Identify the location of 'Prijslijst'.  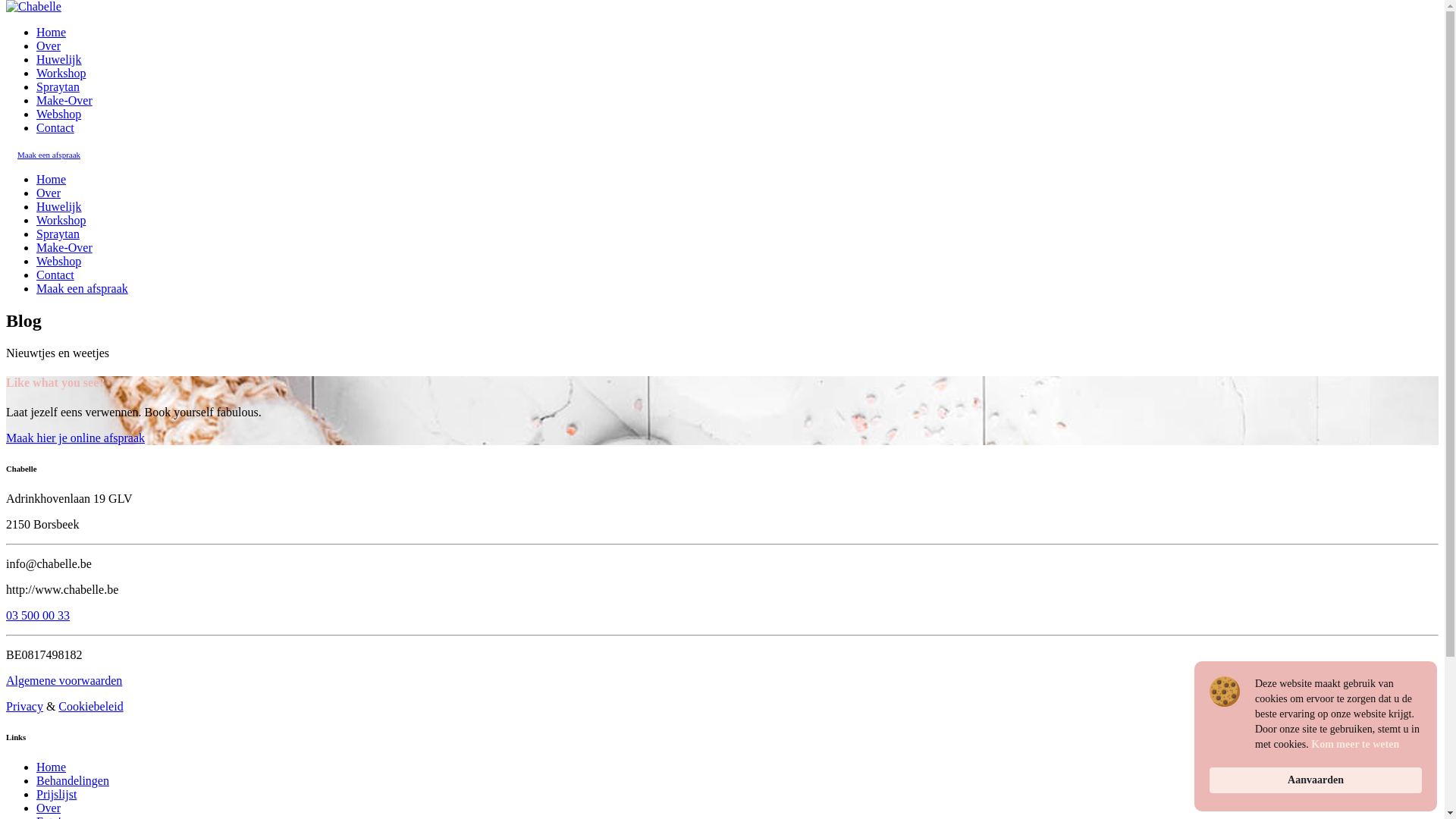
(56, 793).